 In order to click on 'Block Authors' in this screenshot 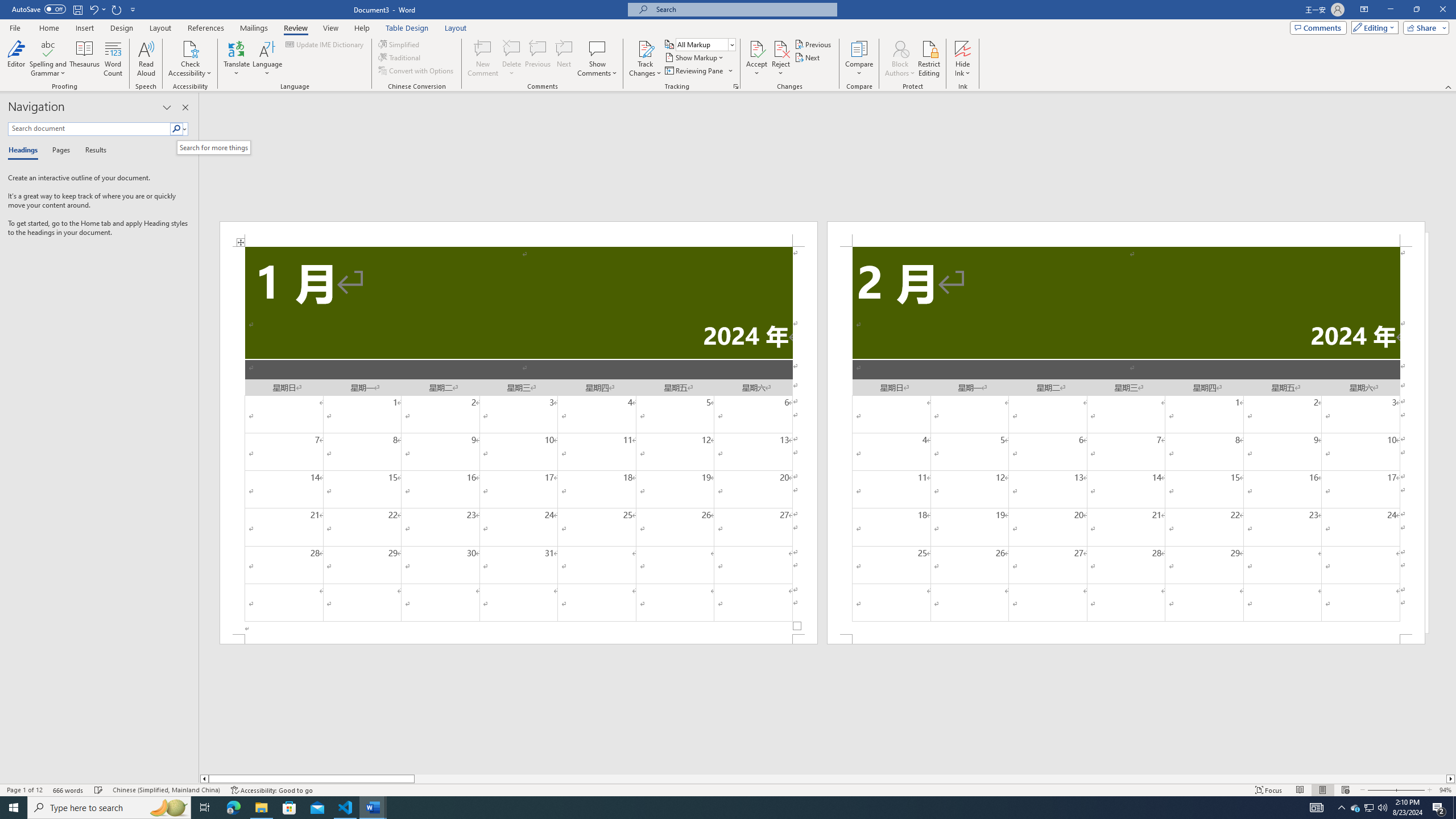, I will do `click(900, 48)`.